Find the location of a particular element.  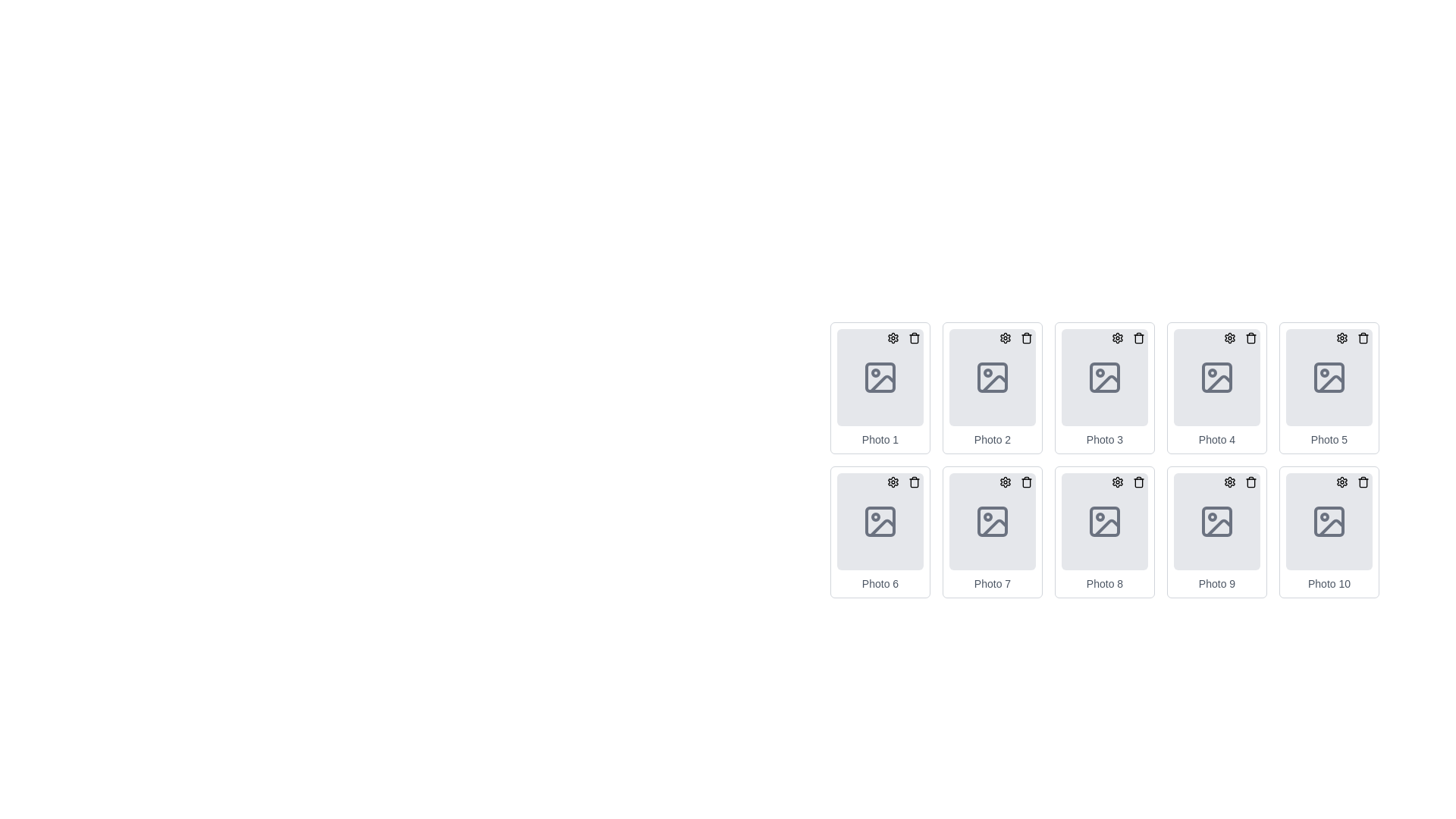

the image placeholder located in the bottom-right corner of the grid is located at coordinates (1328, 520).